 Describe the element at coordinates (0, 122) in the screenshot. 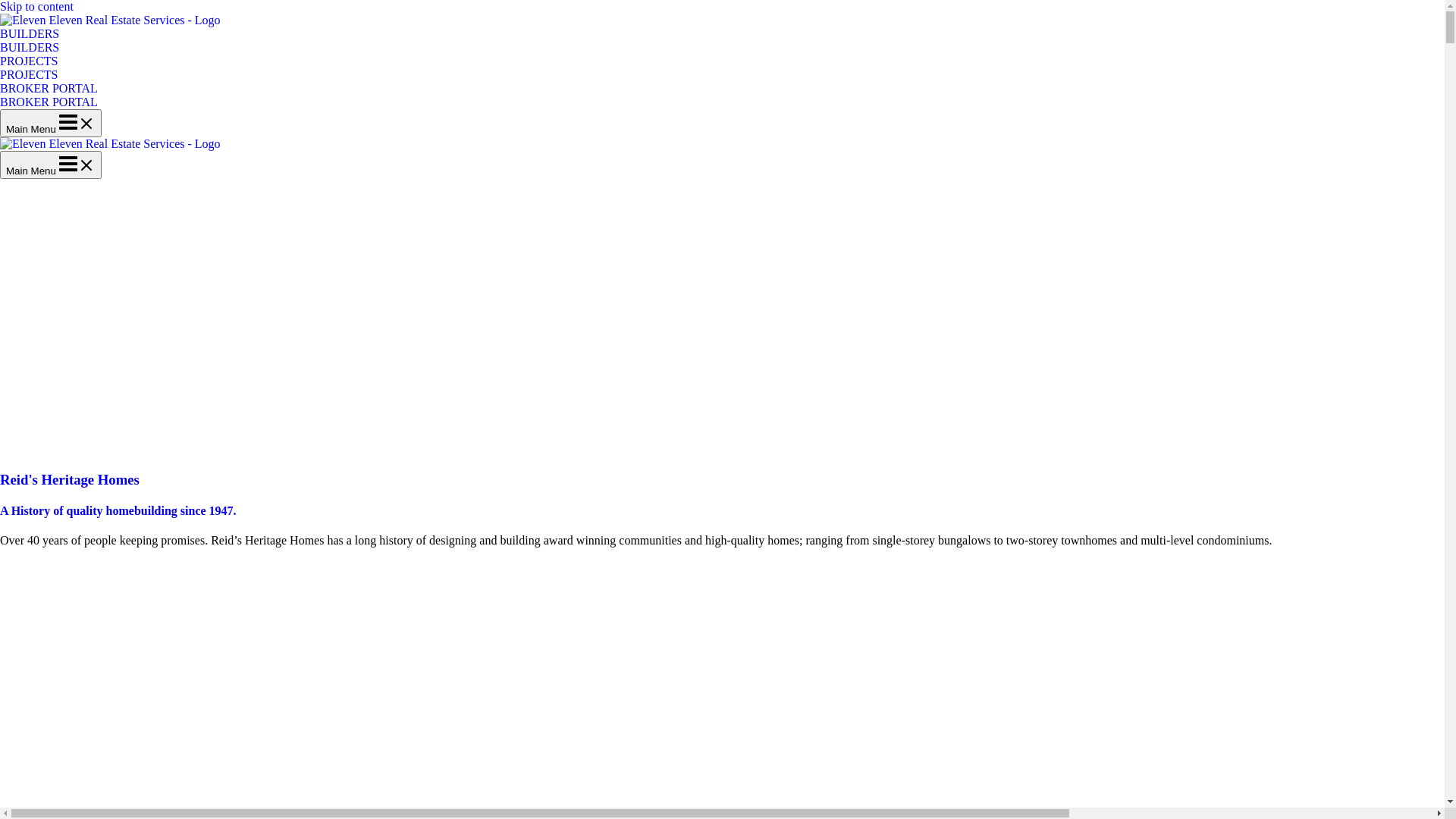

I see `'Main Menu'` at that location.